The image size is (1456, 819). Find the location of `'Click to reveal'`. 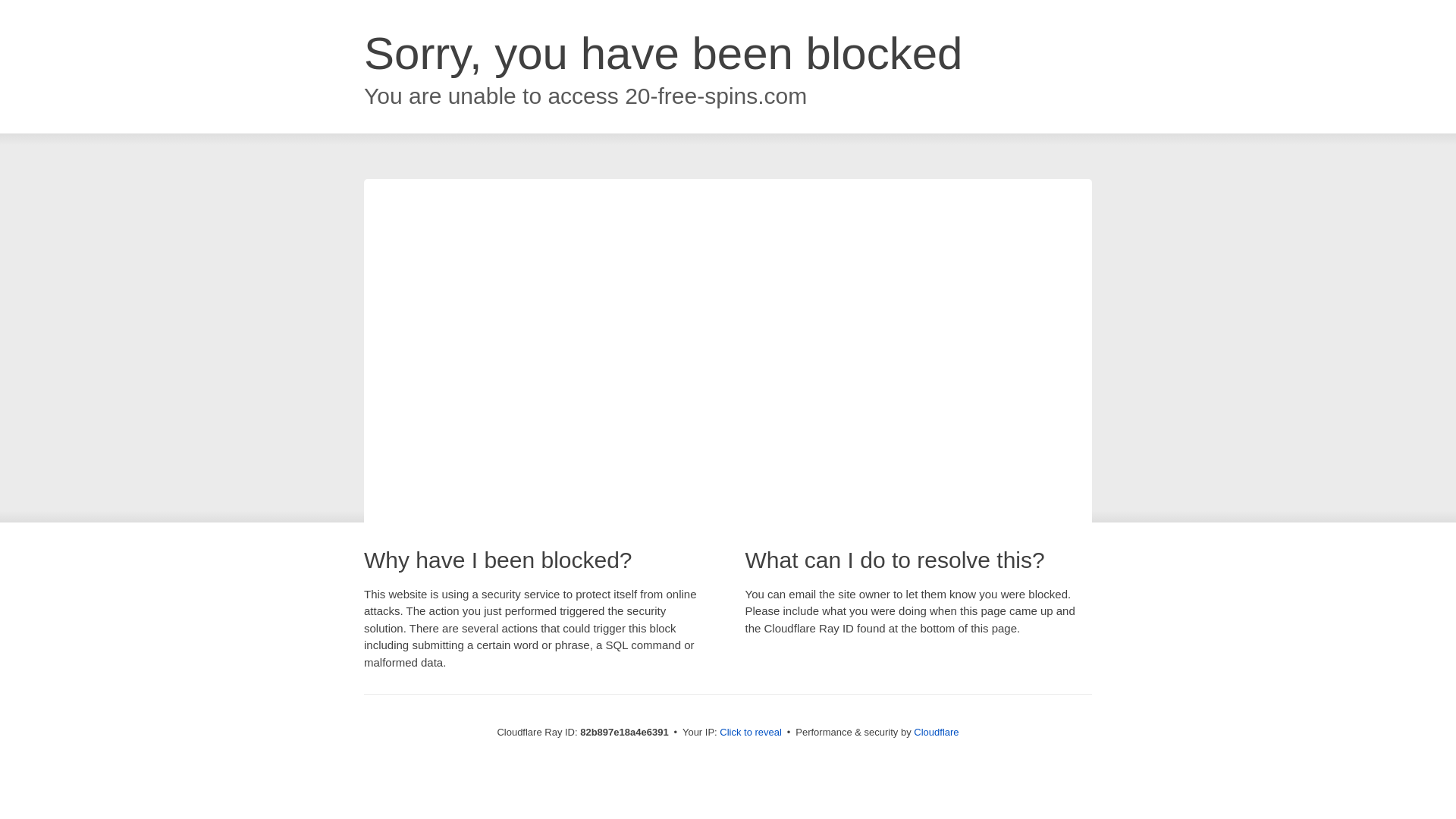

'Click to reveal' is located at coordinates (750, 731).